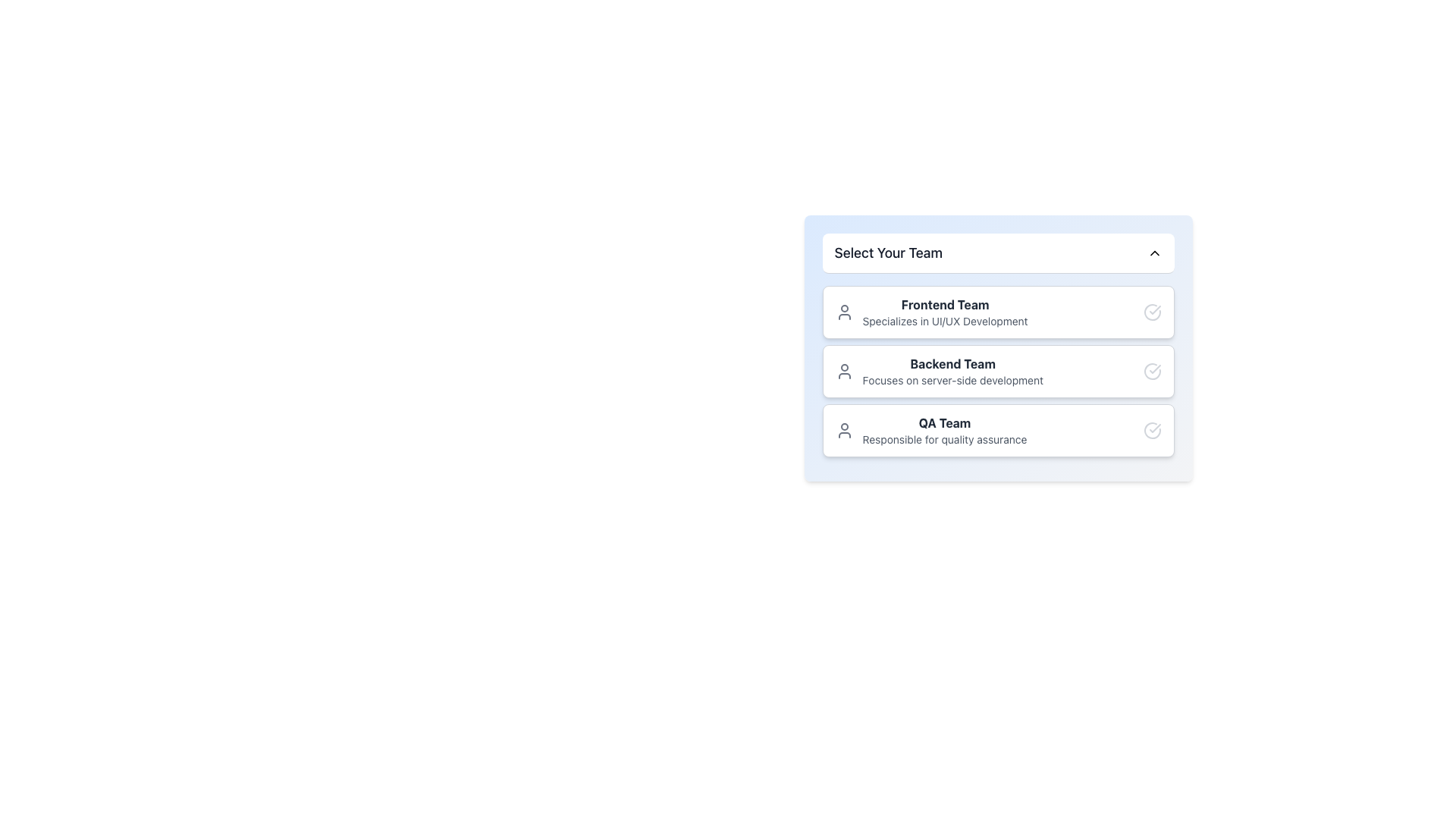 This screenshot has width=1456, height=819. What do you see at coordinates (944, 423) in the screenshot?
I see `the bold text label 'QA Team' located in the third card of the team representations list, which is styled with a bolder font weight and colored dark gray` at bounding box center [944, 423].